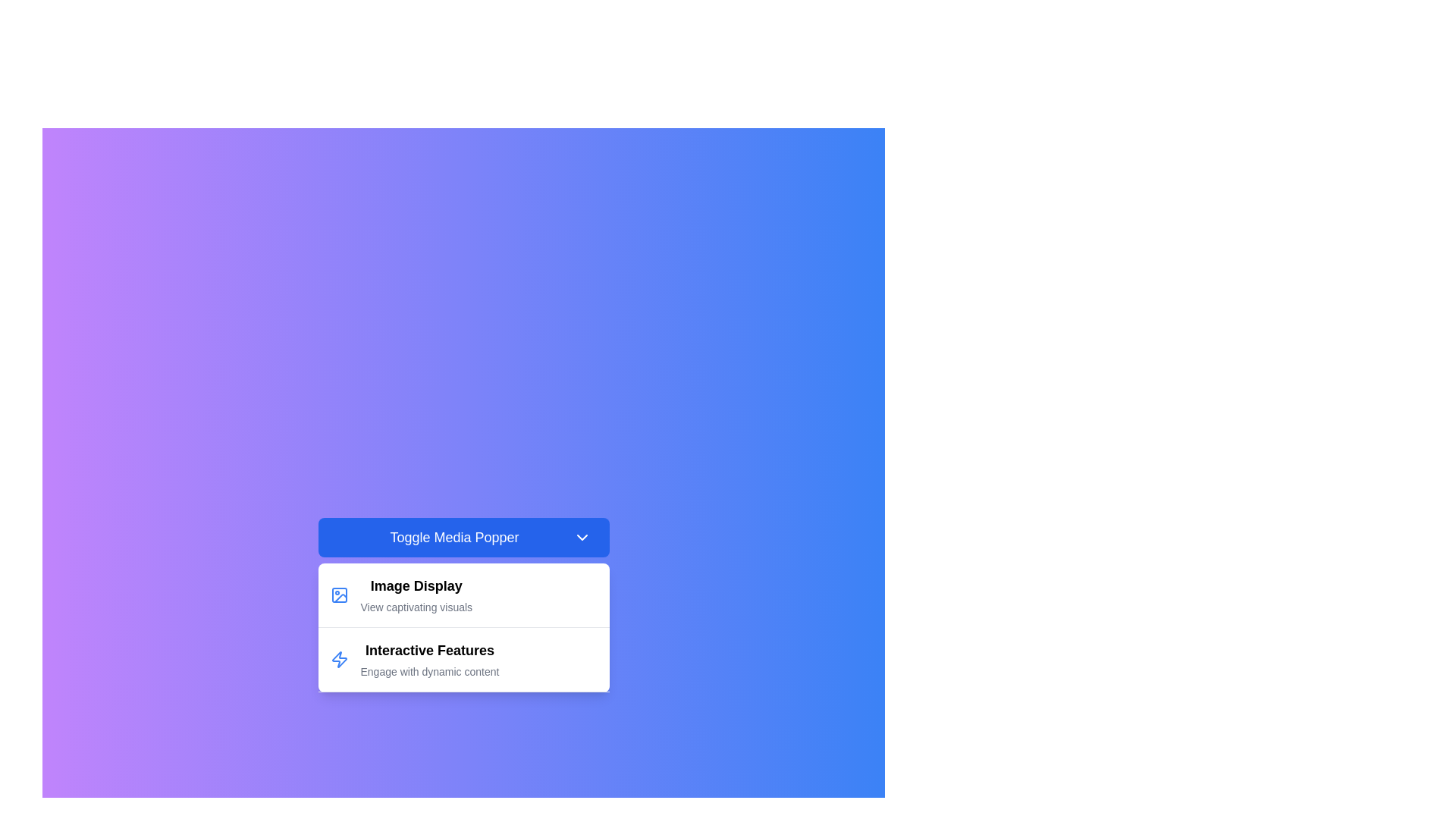 Image resolution: width=1456 pixels, height=819 pixels. What do you see at coordinates (463, 628) in the screenshot?
I see `the second section of the dropdown menu titled 'Interactive Features', located directly below the 'Toggle Media Popper' button` at bounding box center [463, 628].